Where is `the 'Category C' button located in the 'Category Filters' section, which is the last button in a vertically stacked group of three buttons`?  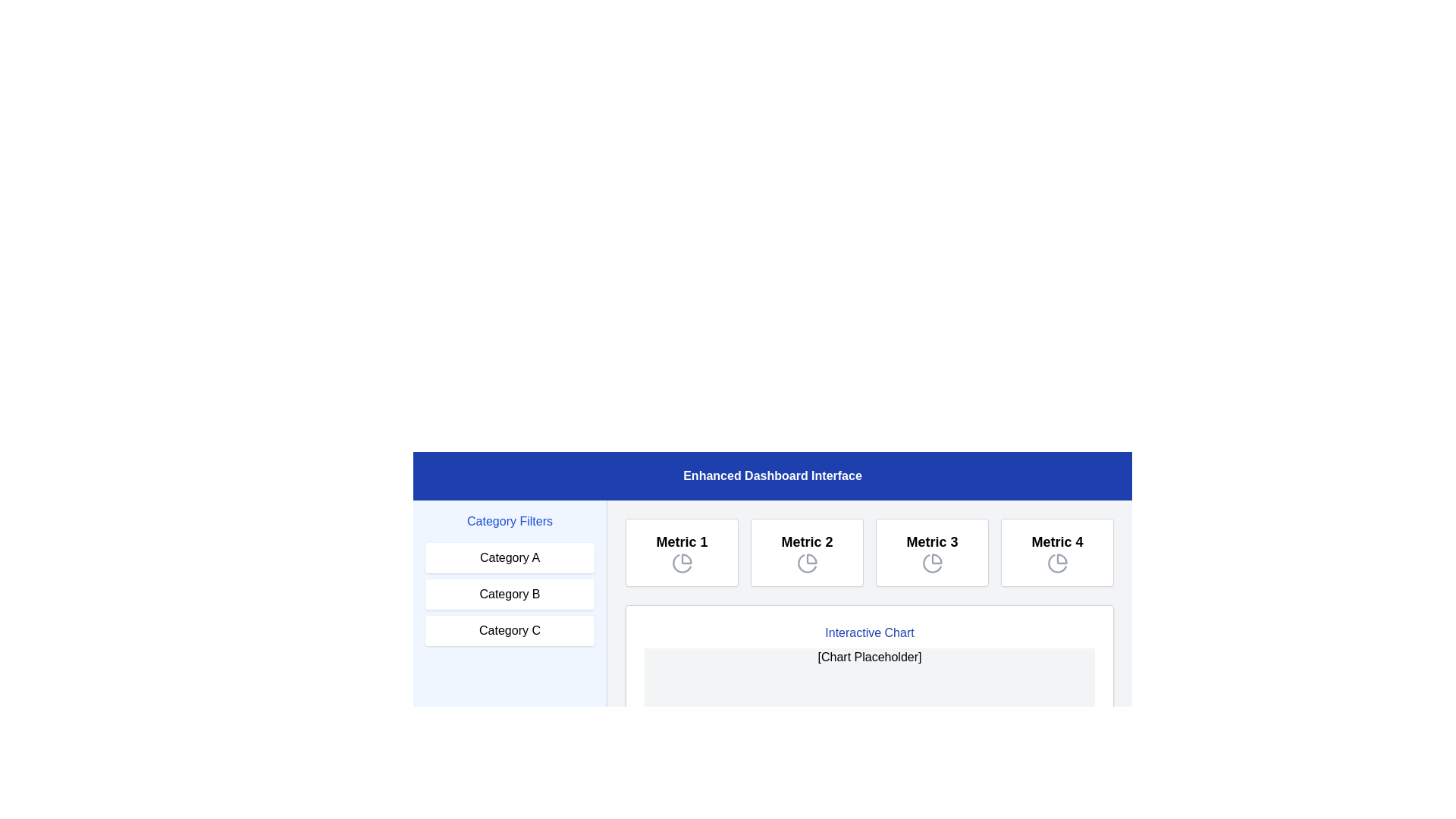 the 'Category C' button located in the 'Category Filters' section, which is the last button in a vertically stacked group of three buttons is located at coordinates (510, 631).